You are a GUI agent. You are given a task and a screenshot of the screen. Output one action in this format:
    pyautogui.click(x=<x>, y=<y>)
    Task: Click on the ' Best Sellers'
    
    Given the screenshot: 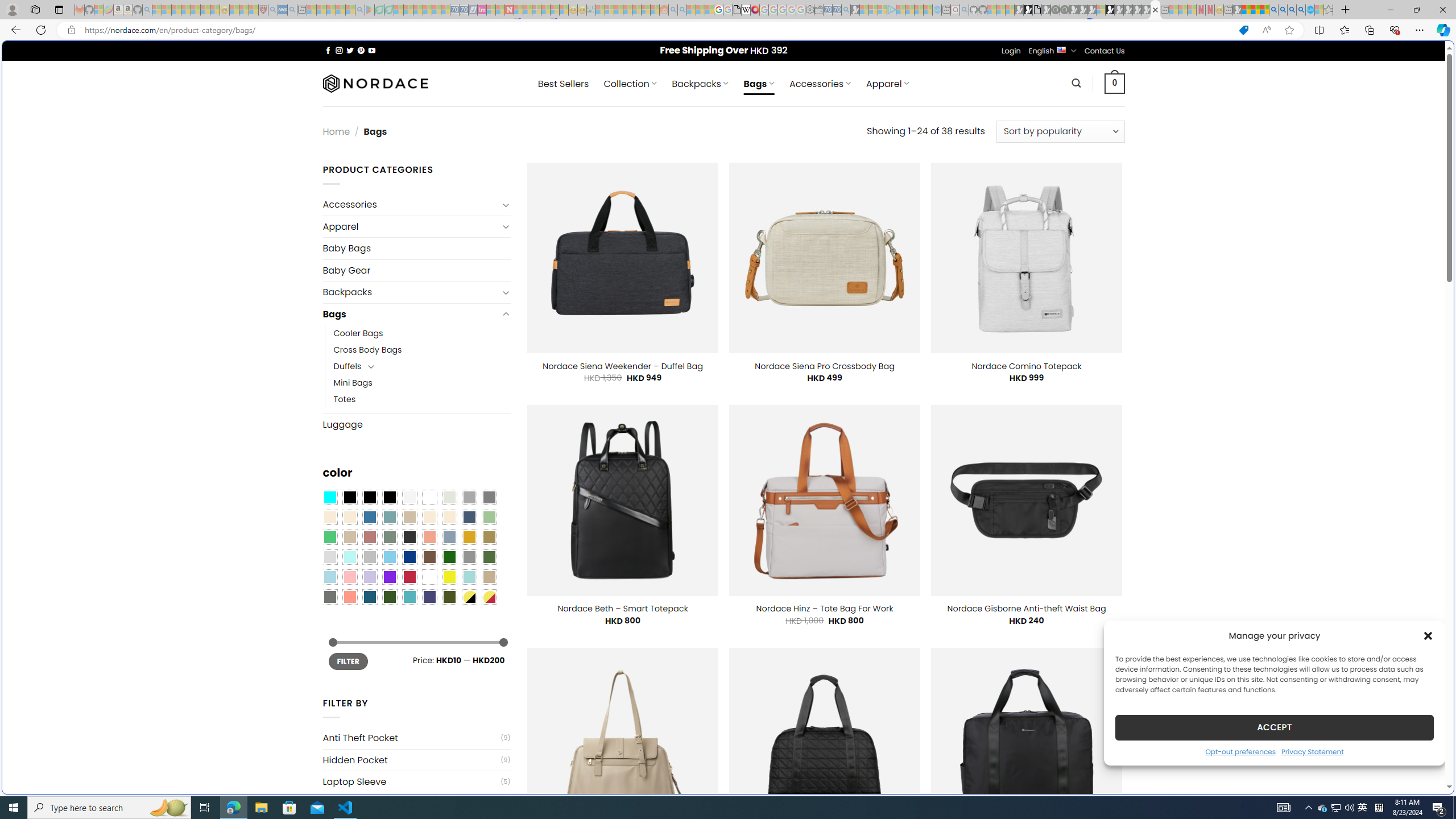 What is the action you would take?
    pyautogui.click(x=563, y=83)
    